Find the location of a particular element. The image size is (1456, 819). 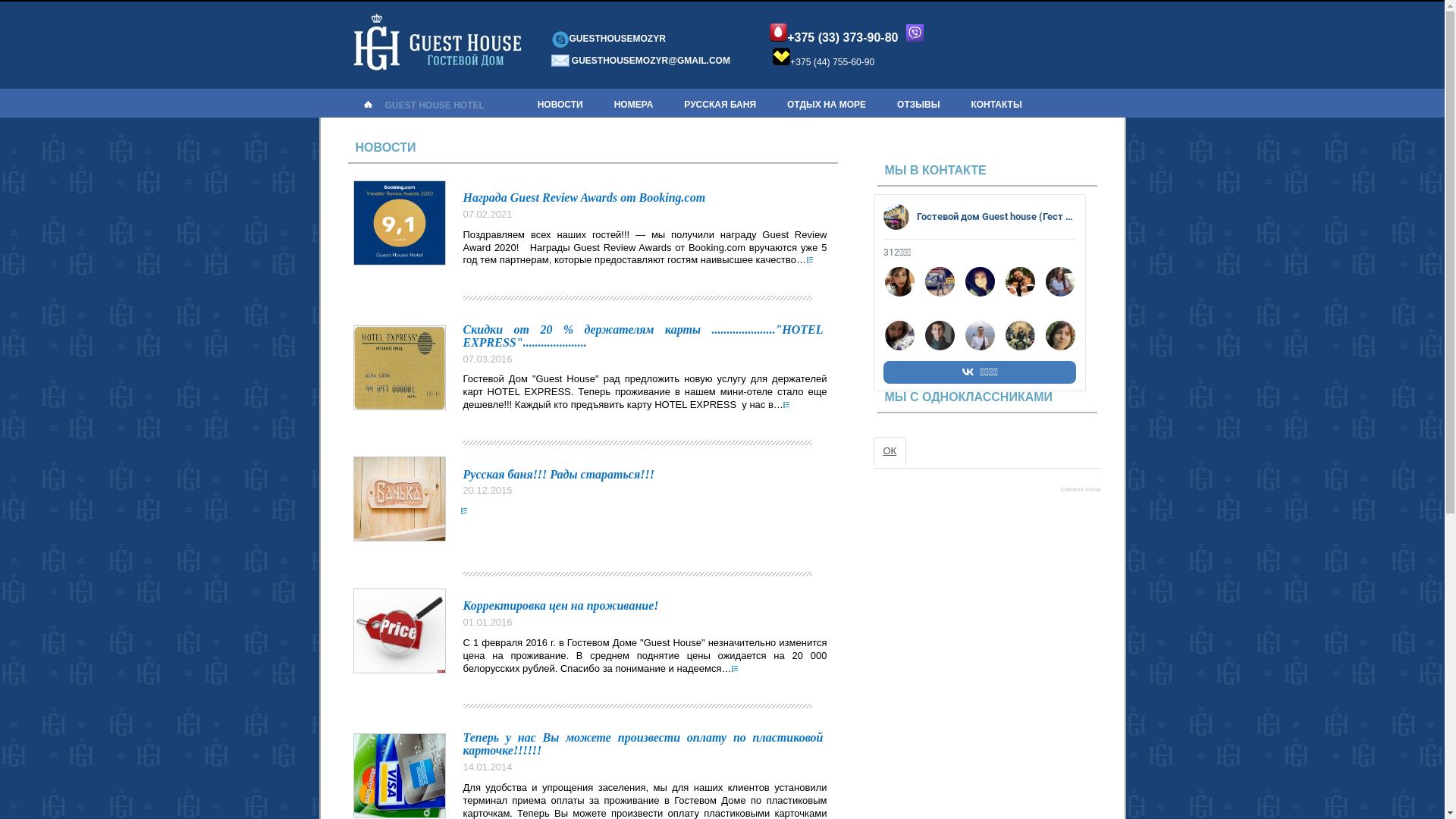

'GUESTHOUSEMOZYR@GMAIL.COM' is located at coordinates (570, 60).